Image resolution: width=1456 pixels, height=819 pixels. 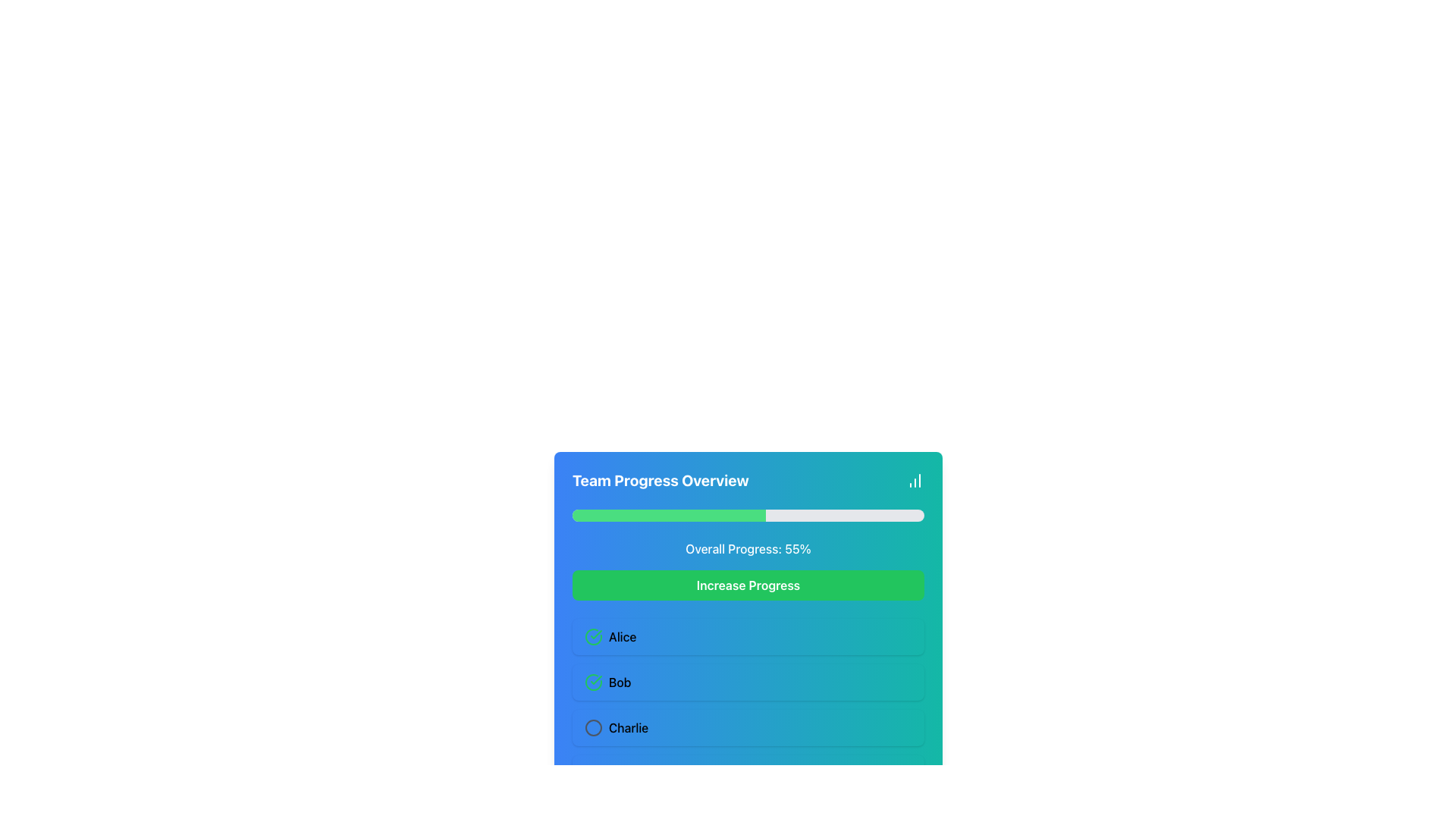 I want to click on the visual state of the circular status marker located to the left of the name 'Charlie', vertically centered relative to the text, so click(x=592, y=727).